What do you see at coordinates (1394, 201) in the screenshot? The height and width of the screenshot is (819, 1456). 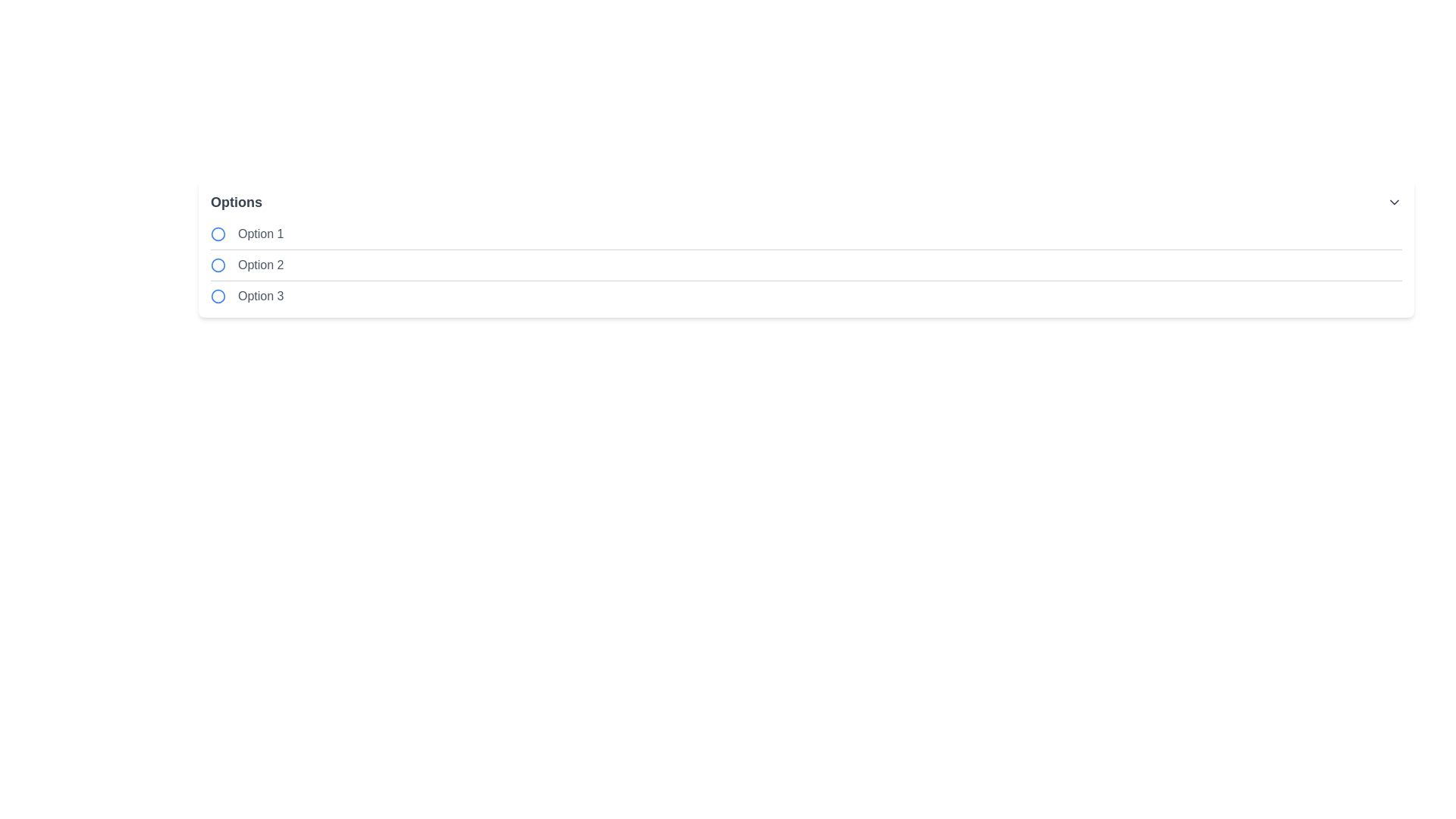 I see `the chevron icon located on the far right side of the 'Options' header` at bounding box center [1394, 201].